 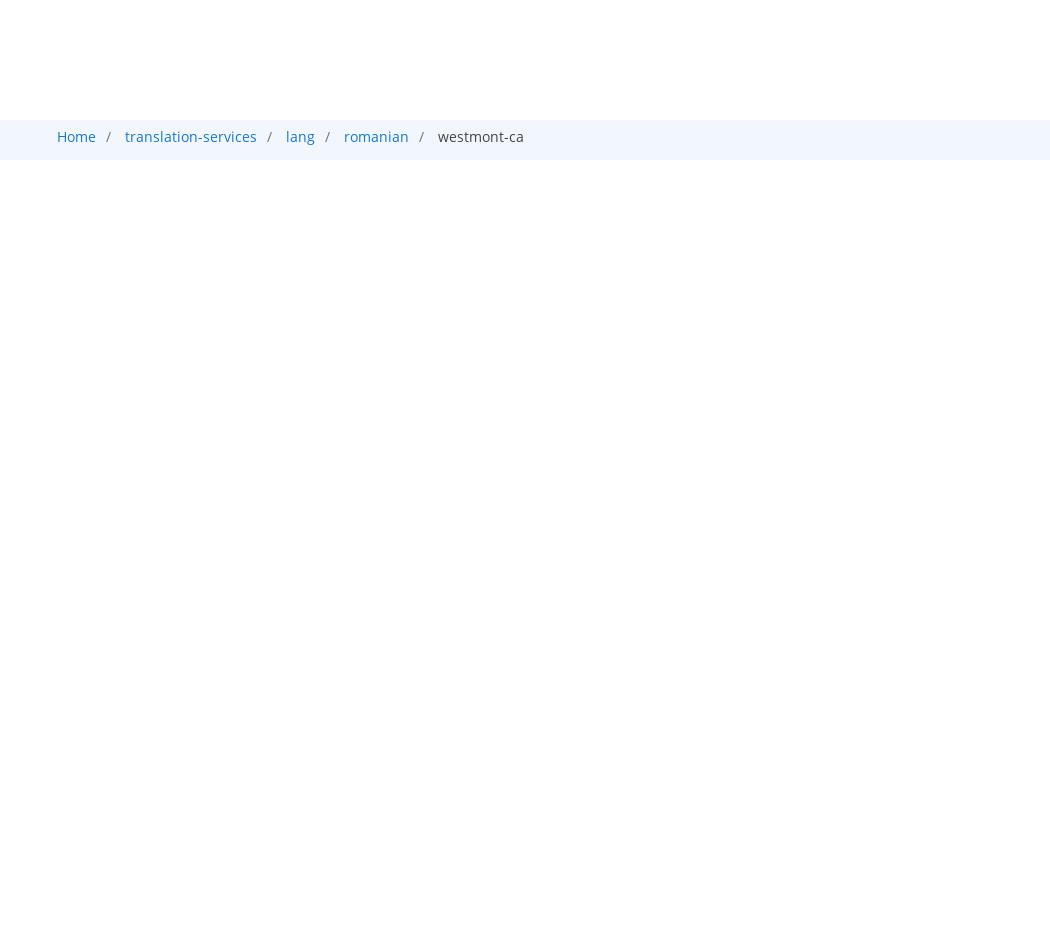 I want to click on 'Translation', so click(x=598, y=166).